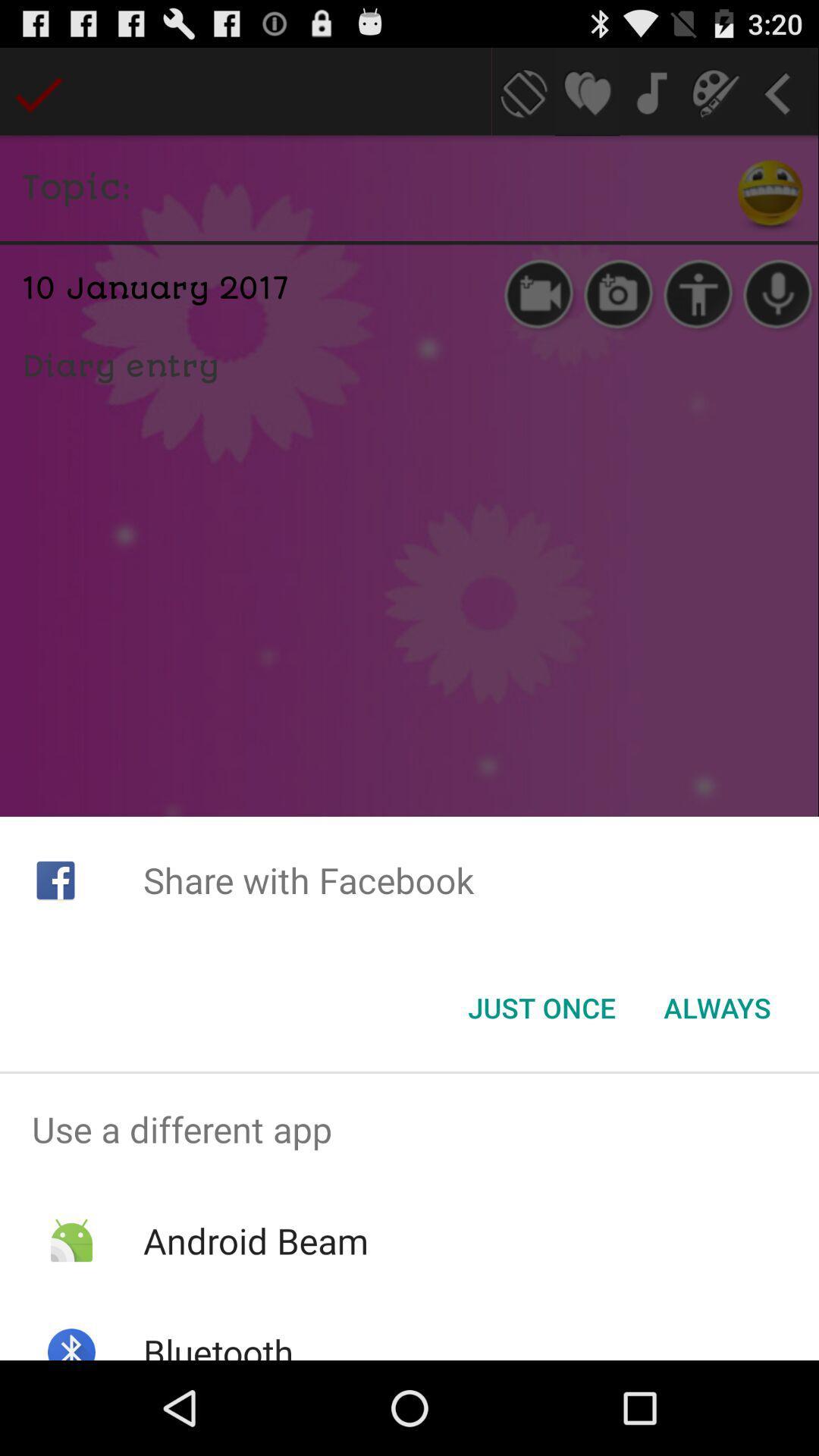 The width and height of the screenshot is (819, 1456). Describe the element at coordinates (255, 1241) in the screenshot. I see `the android beam item` at that location.